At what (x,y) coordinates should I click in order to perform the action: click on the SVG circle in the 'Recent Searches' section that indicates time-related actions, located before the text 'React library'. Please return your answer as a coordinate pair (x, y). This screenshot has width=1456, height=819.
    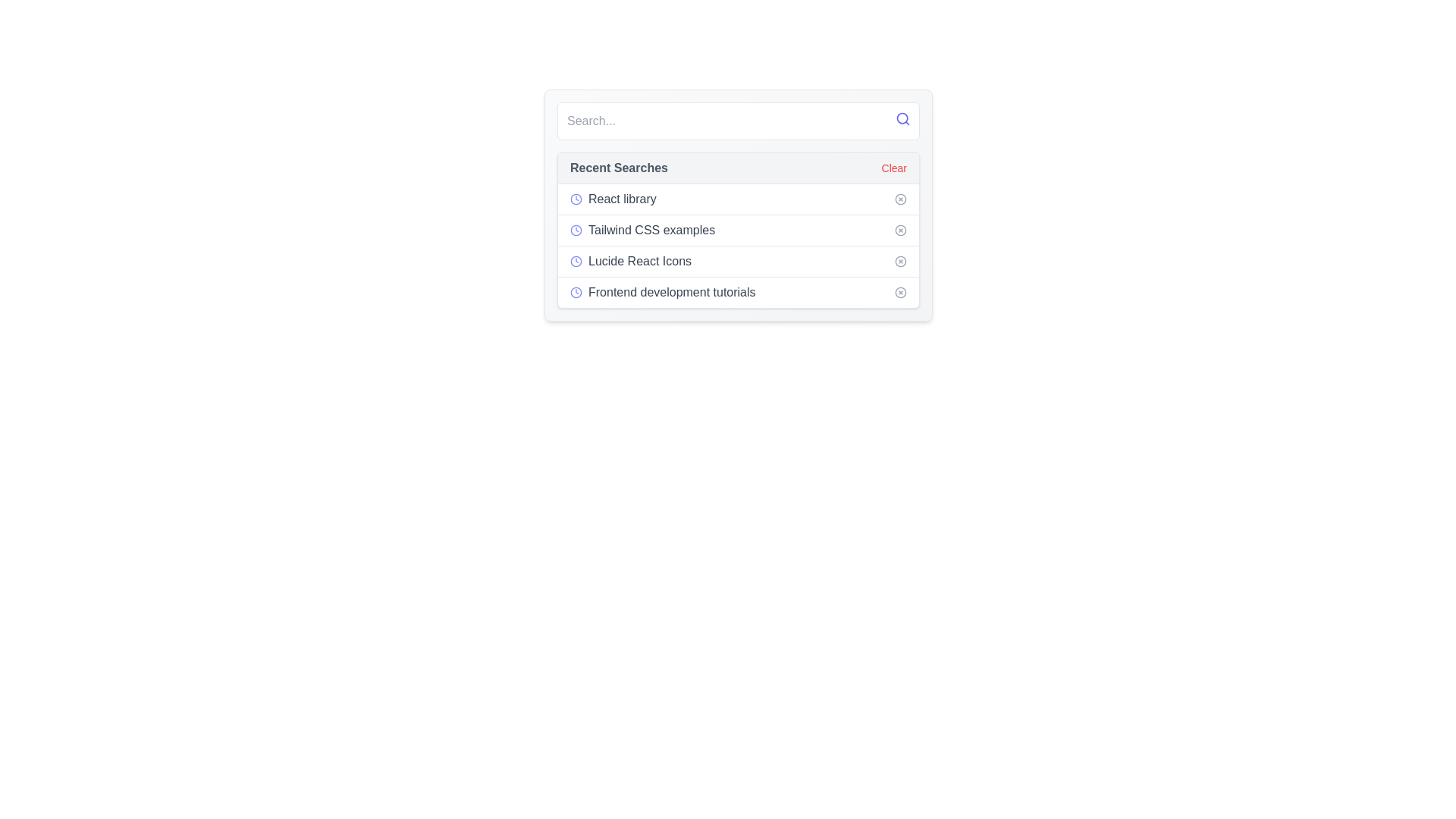
    Looking at the image, I should click on (575, 198).